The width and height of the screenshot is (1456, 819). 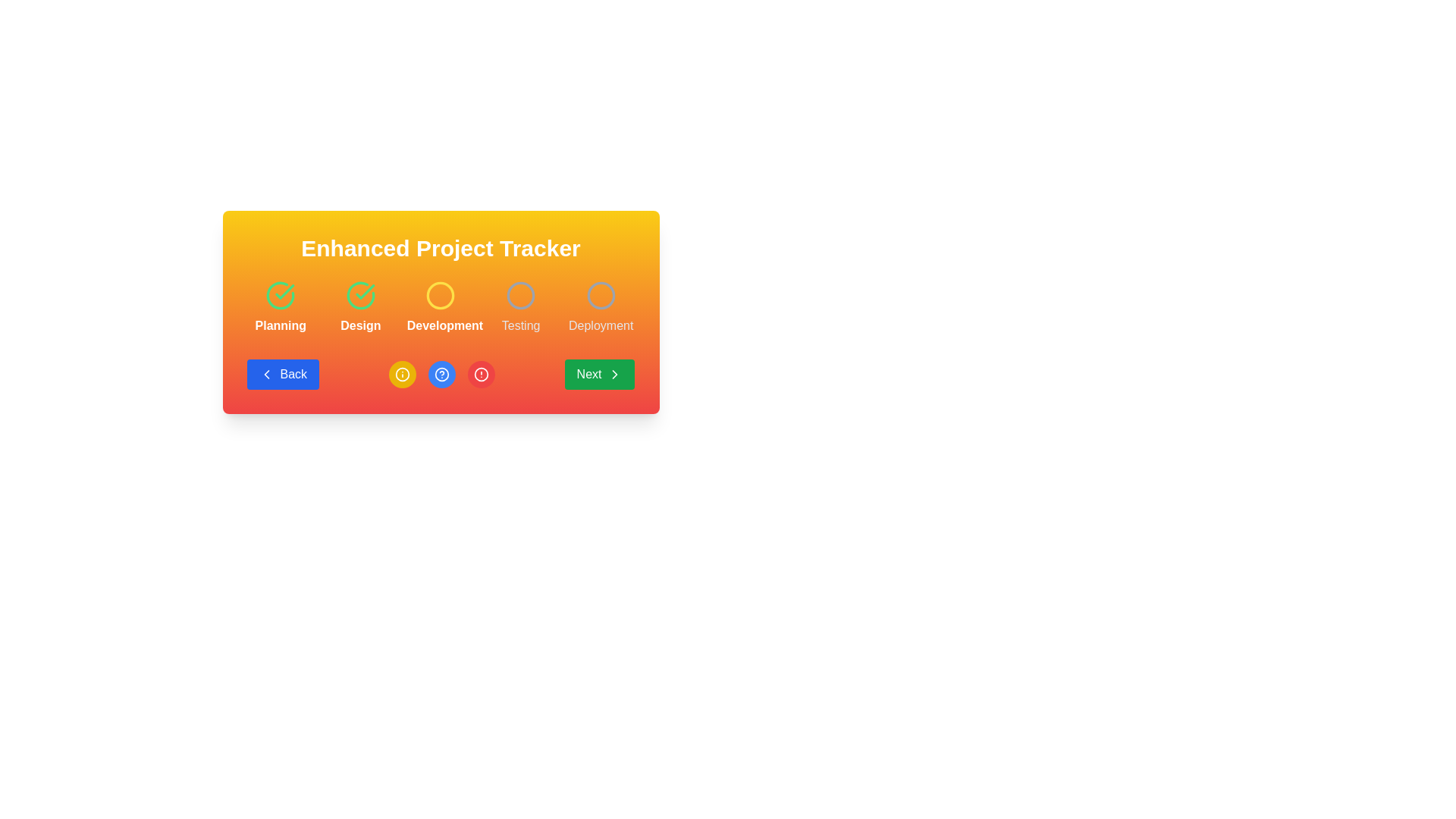 I want to click on the circular icon that indicates the 'Deployment' process stage, located above the 'Deployment' text in the deployment progress section, so click(x=600, y=295).